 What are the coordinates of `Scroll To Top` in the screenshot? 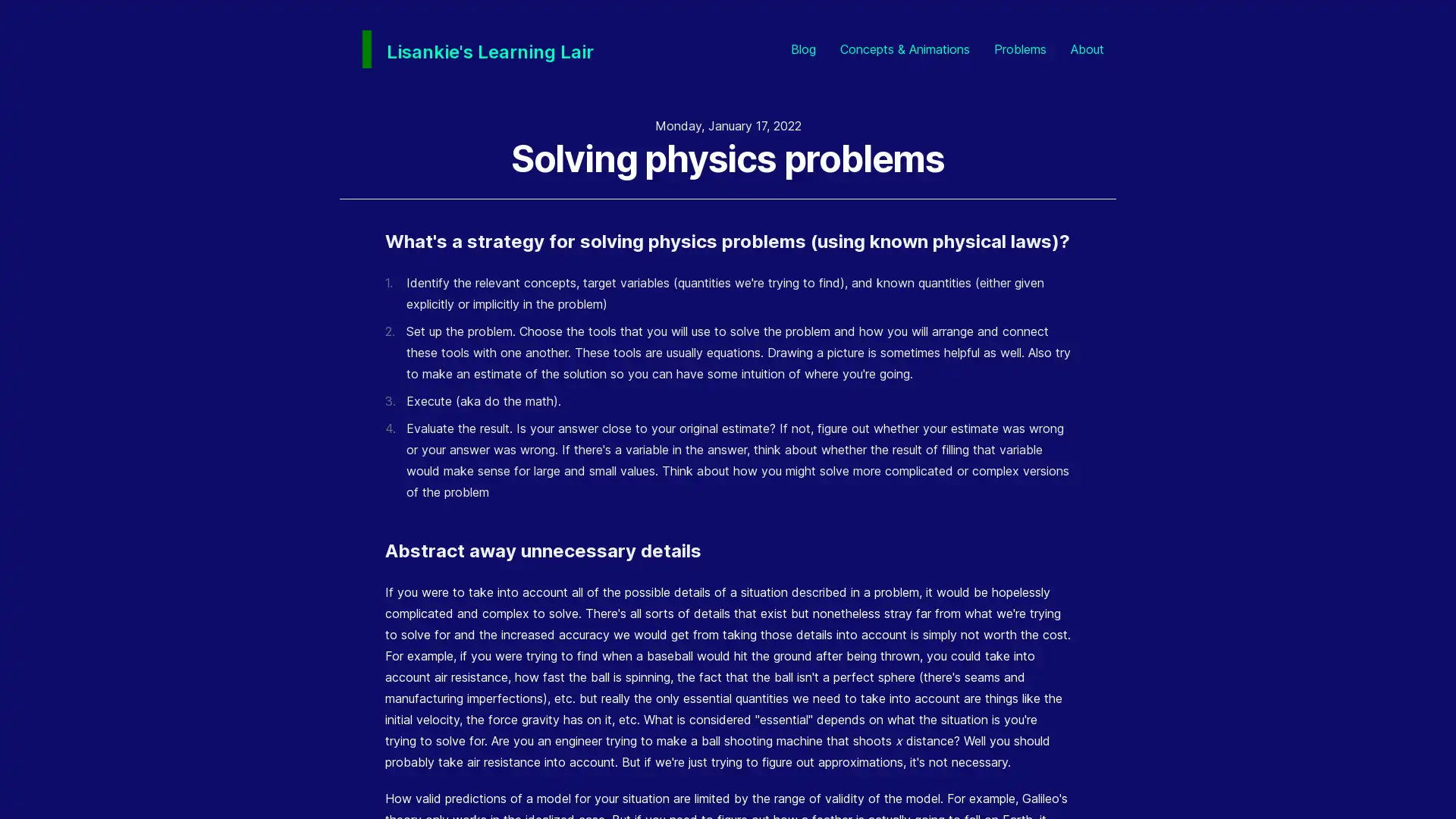 It's located at (1417, 780).